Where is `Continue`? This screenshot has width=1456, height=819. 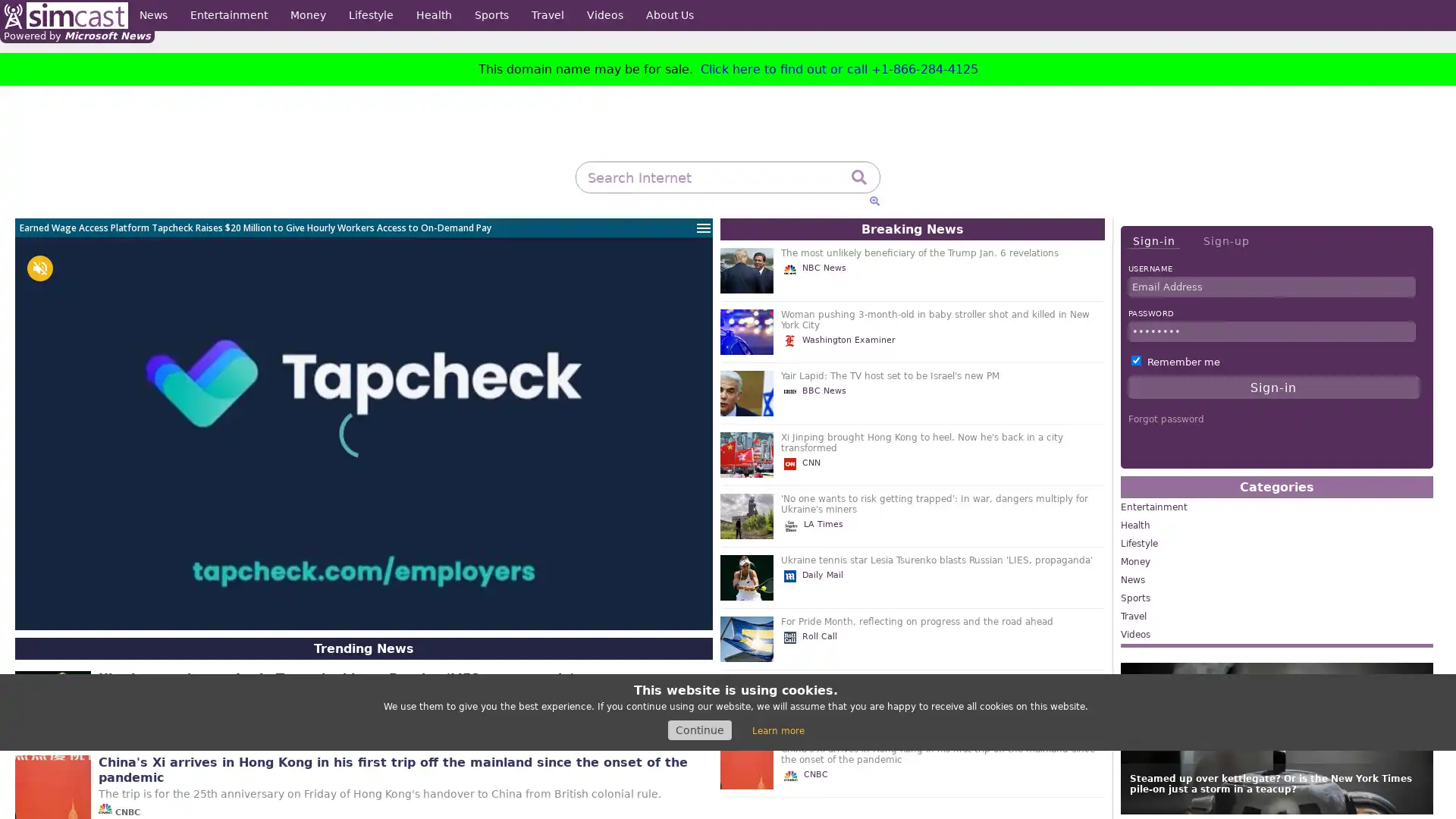 Continue is located at coordinates (698, 730).